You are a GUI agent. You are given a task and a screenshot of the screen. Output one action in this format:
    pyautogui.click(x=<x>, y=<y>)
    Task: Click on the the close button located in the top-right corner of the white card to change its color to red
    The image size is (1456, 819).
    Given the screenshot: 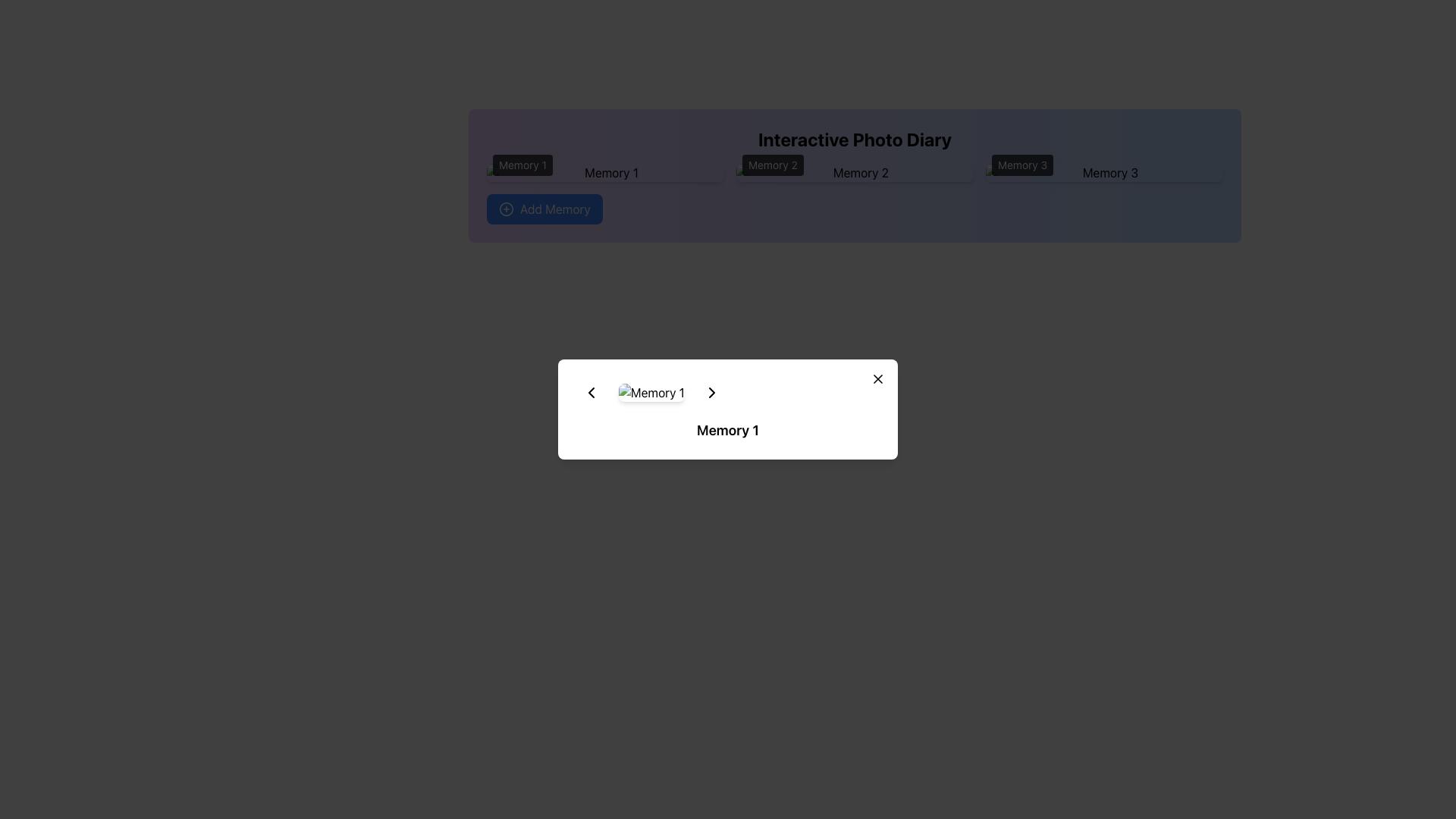 What is the action you would take?
    pyautogui.click(x=877, y=378)
    